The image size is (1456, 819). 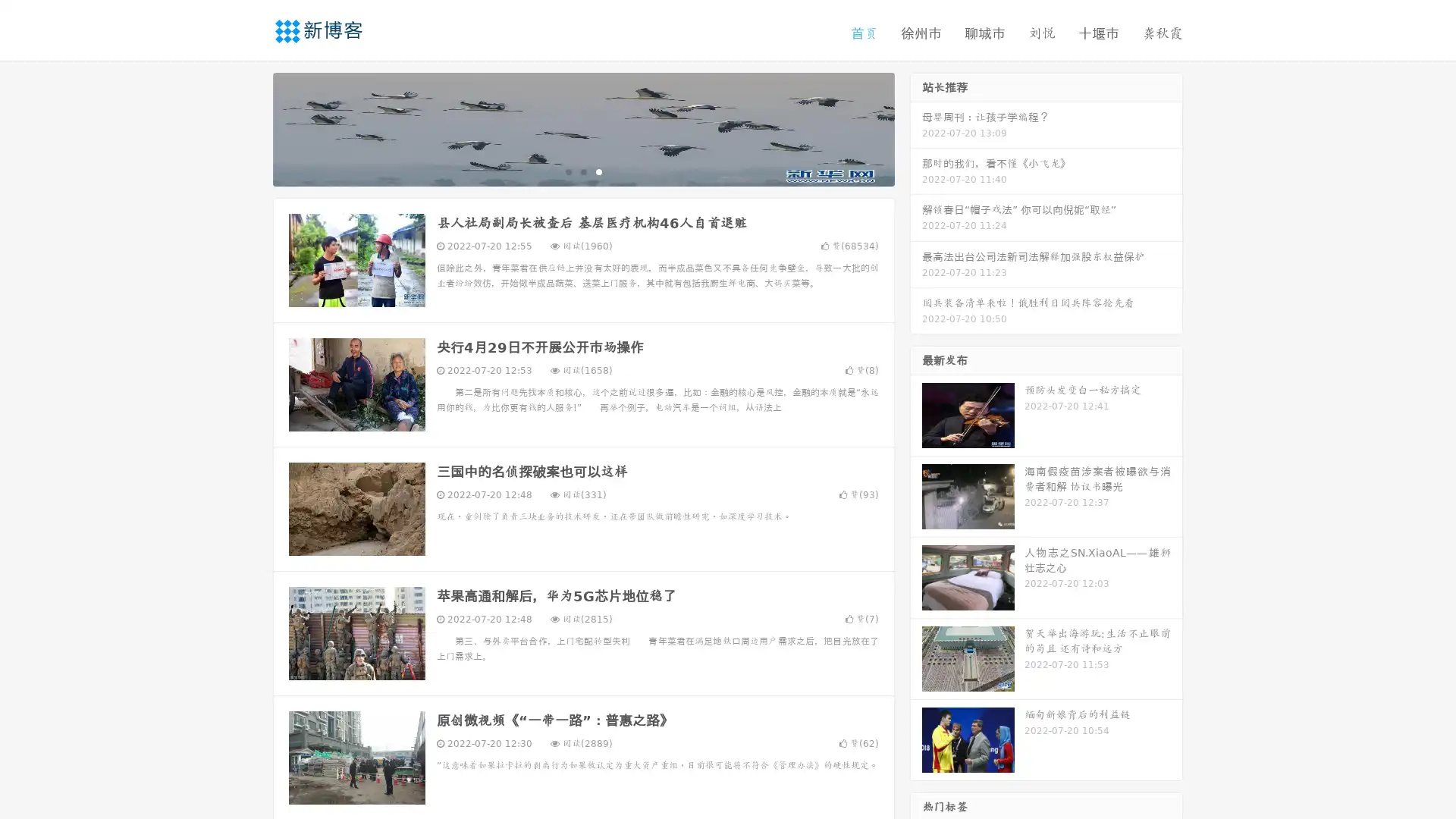 I want to click on Next slide, so click(x=916, y=127).